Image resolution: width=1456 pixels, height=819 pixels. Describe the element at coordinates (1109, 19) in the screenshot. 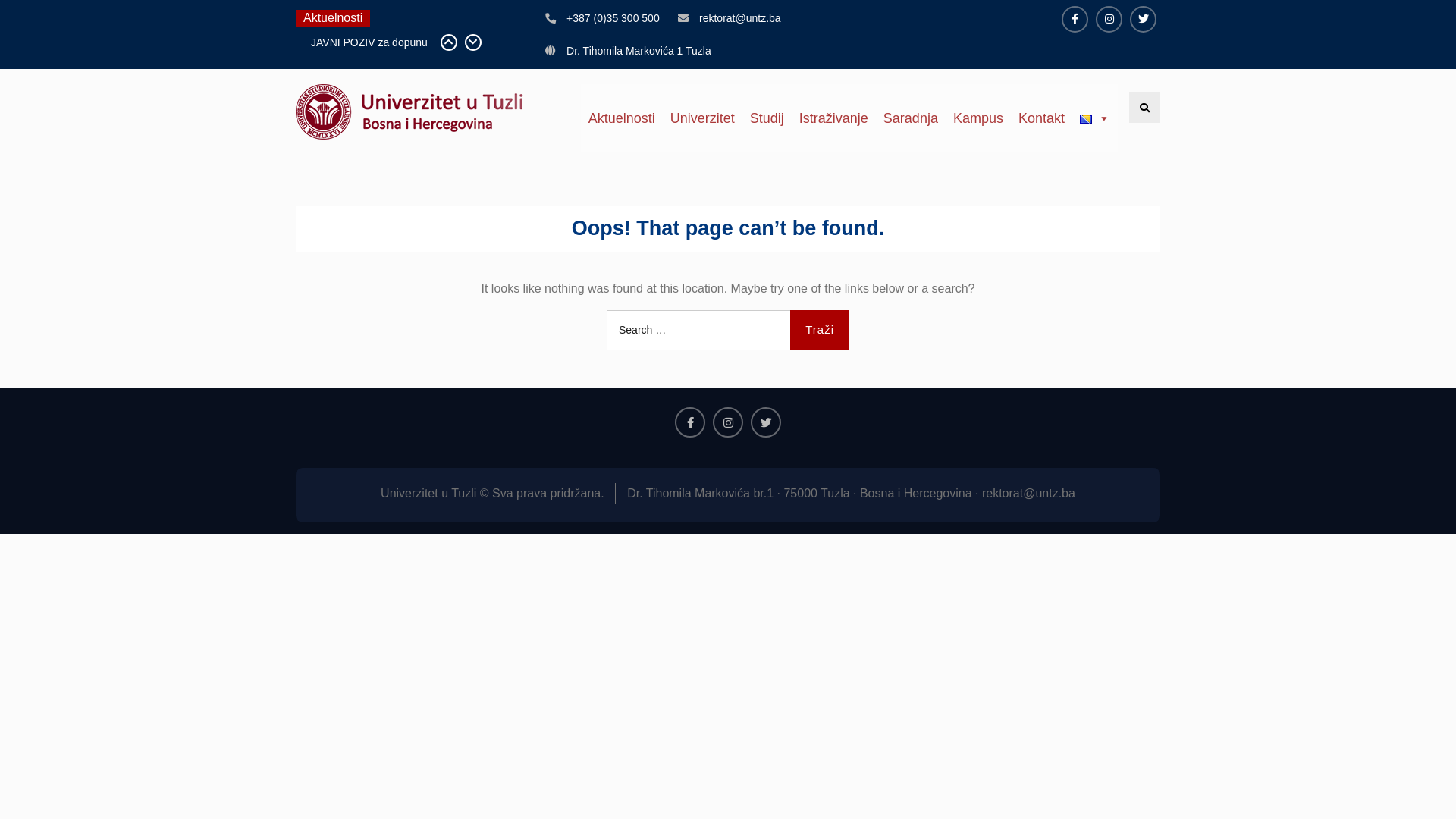

I see `'Instagram'` at that location.